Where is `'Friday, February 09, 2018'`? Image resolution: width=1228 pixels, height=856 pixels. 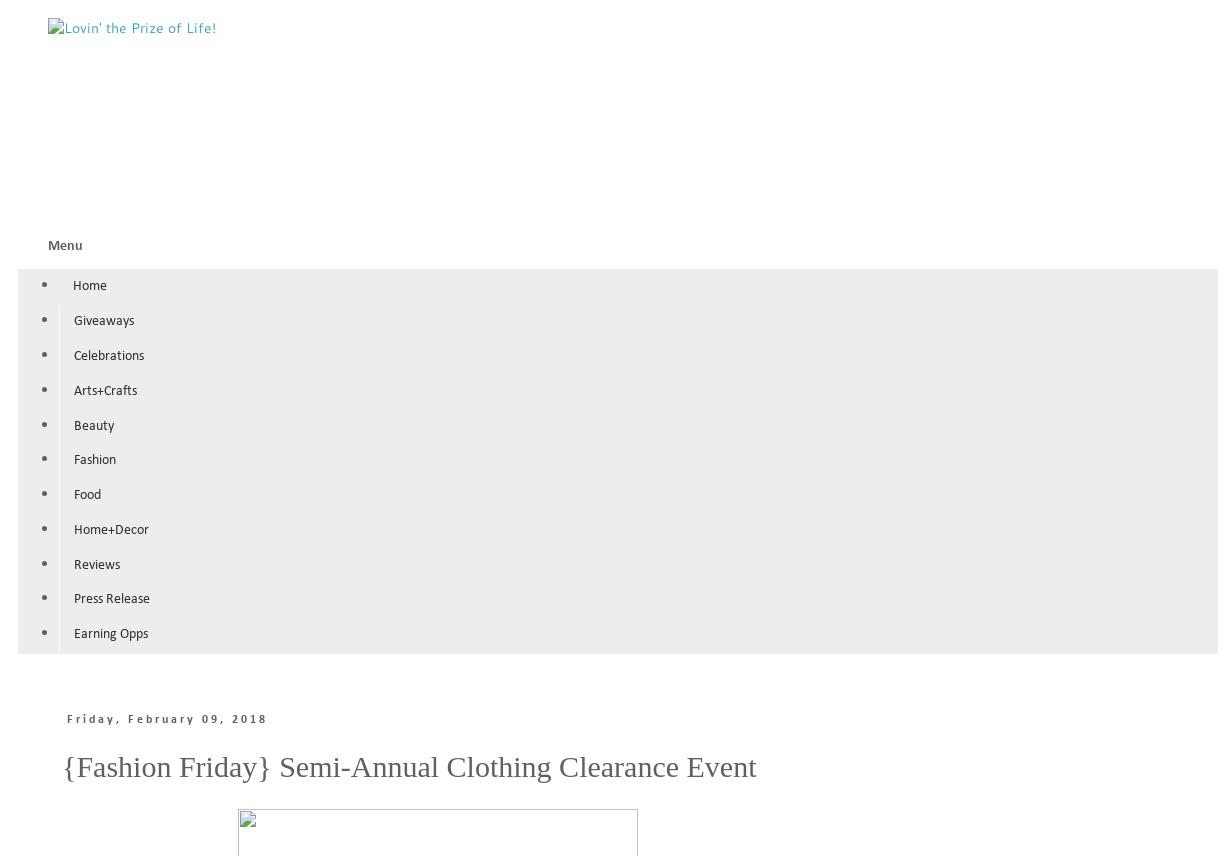
'Friday, February 09, 2018' is located at coordinates (165, 719).